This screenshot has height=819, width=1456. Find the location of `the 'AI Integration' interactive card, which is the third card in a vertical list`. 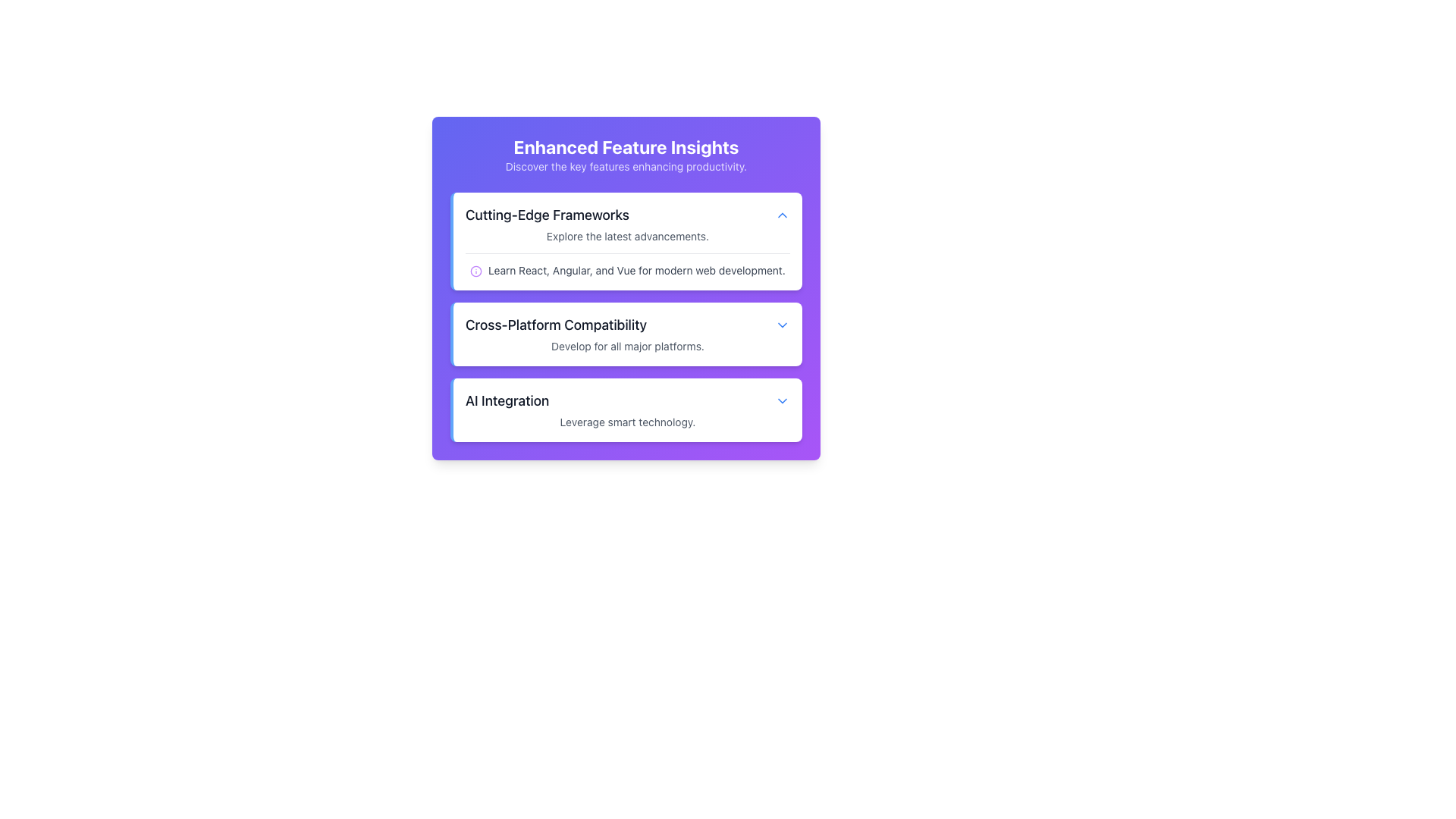

the 'AI Integration' interactive card, which is the third card in a vertical list is located at coordinates (626, 409).